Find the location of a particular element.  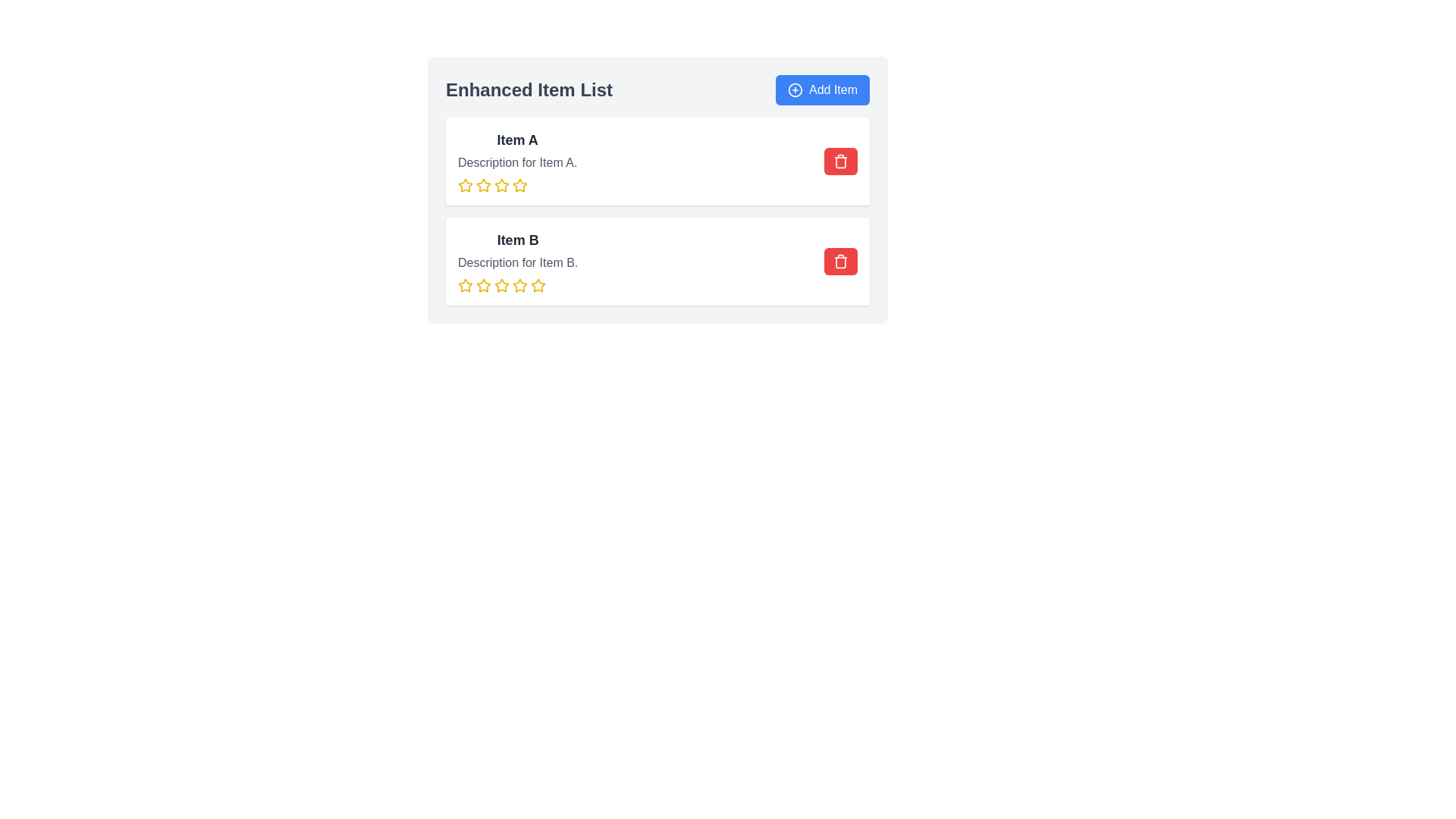

the third star icon in the rating system under 'Description for Item A' is located at coordinates (517, 185).